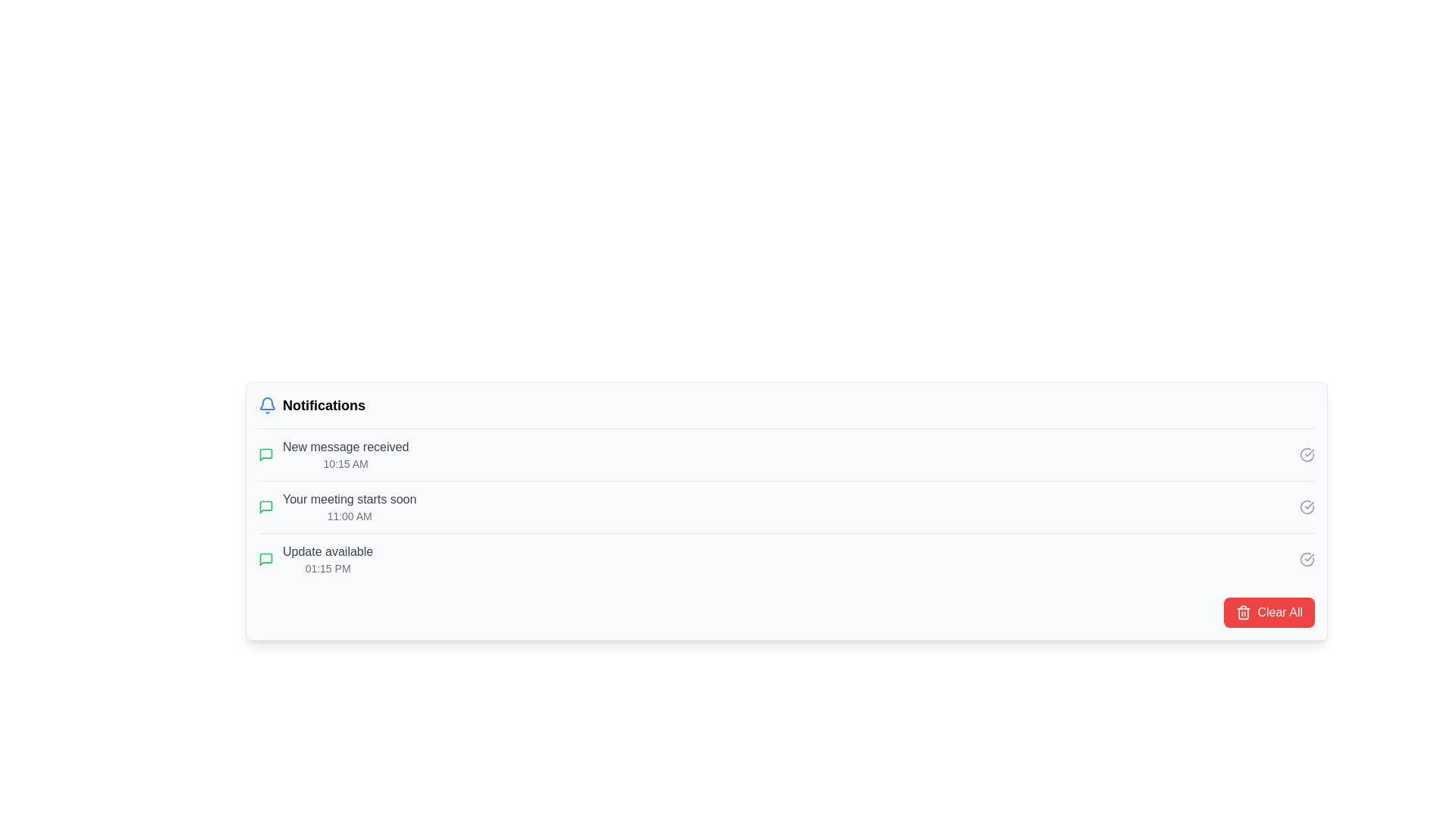 The height and width of the screenshot is (819, 1456). What do you see at coordinates (1269, 611) in the screenshot?
I see `the 'Clear All' button, which is a rectangular button with a red background and white text, located at the bottom right of the notification interface` at bounding box center [1269, 611].